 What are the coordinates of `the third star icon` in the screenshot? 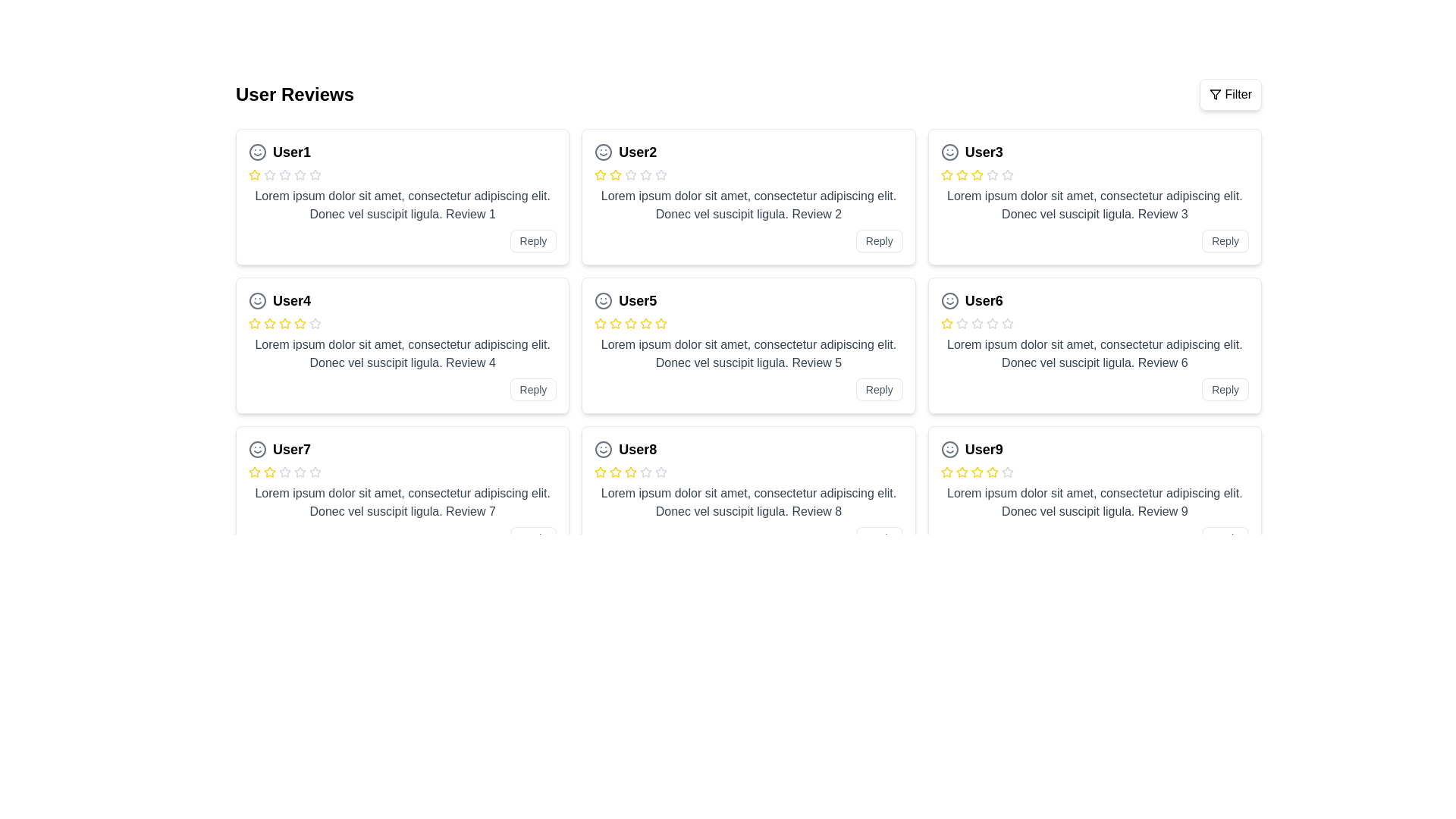 It's located at (992, 322).